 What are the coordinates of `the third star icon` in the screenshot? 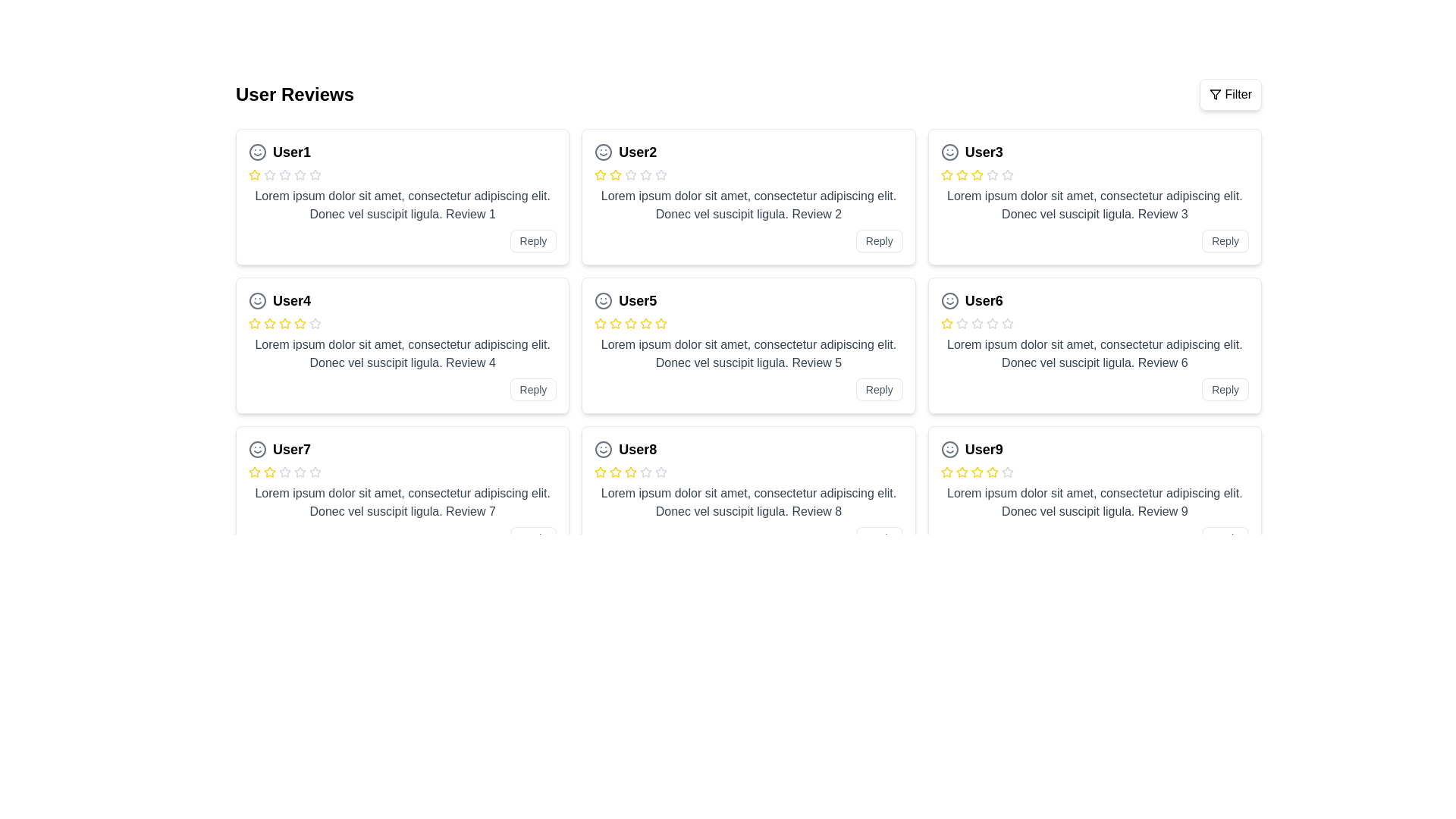 It's located at (992, 322).